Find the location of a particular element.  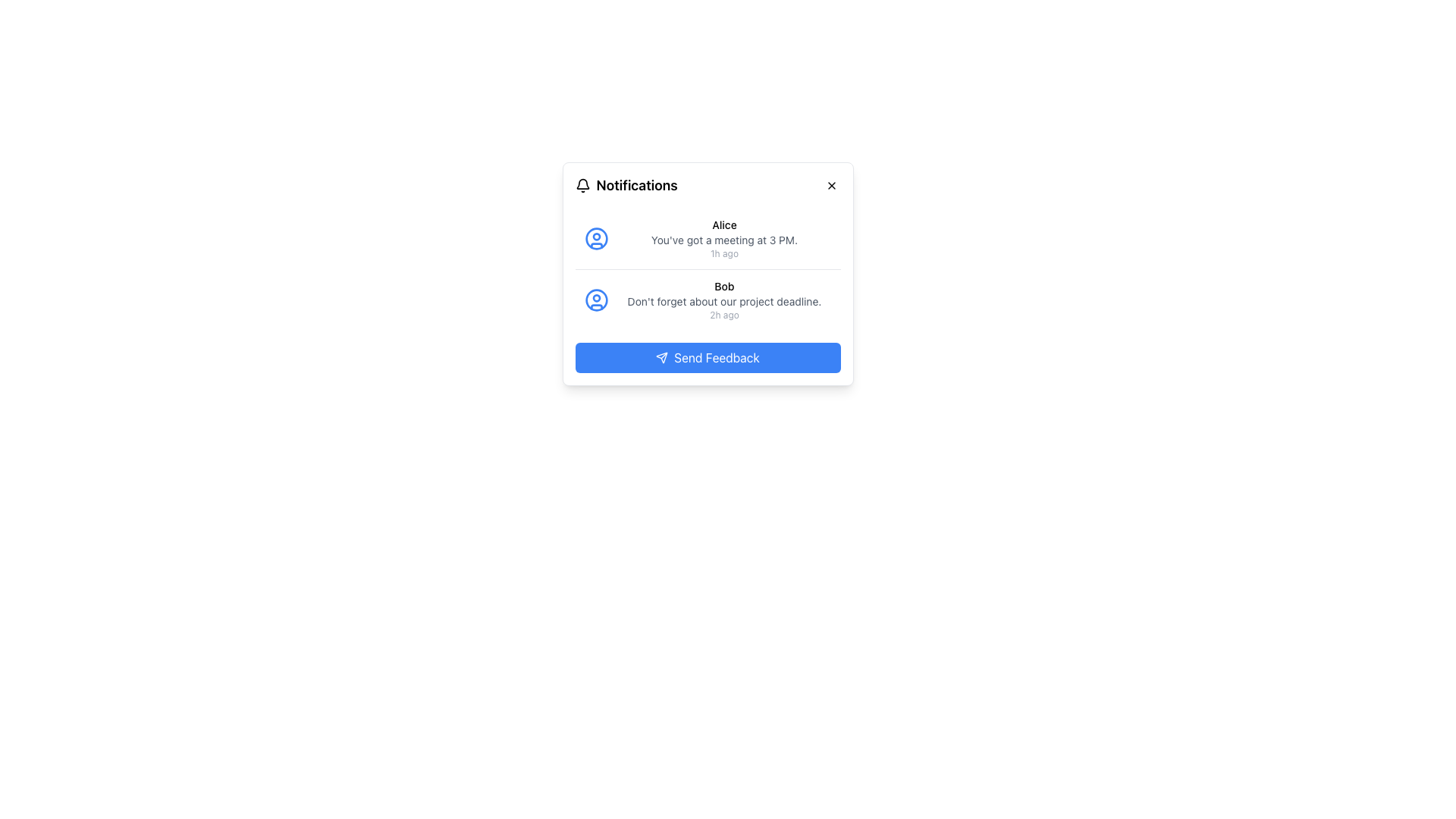

the minimalist bell icon located at the top-left corner of the 'Notifications' section, which is adjacent to the text 'Notifications' is located at coordinates (582, 185).